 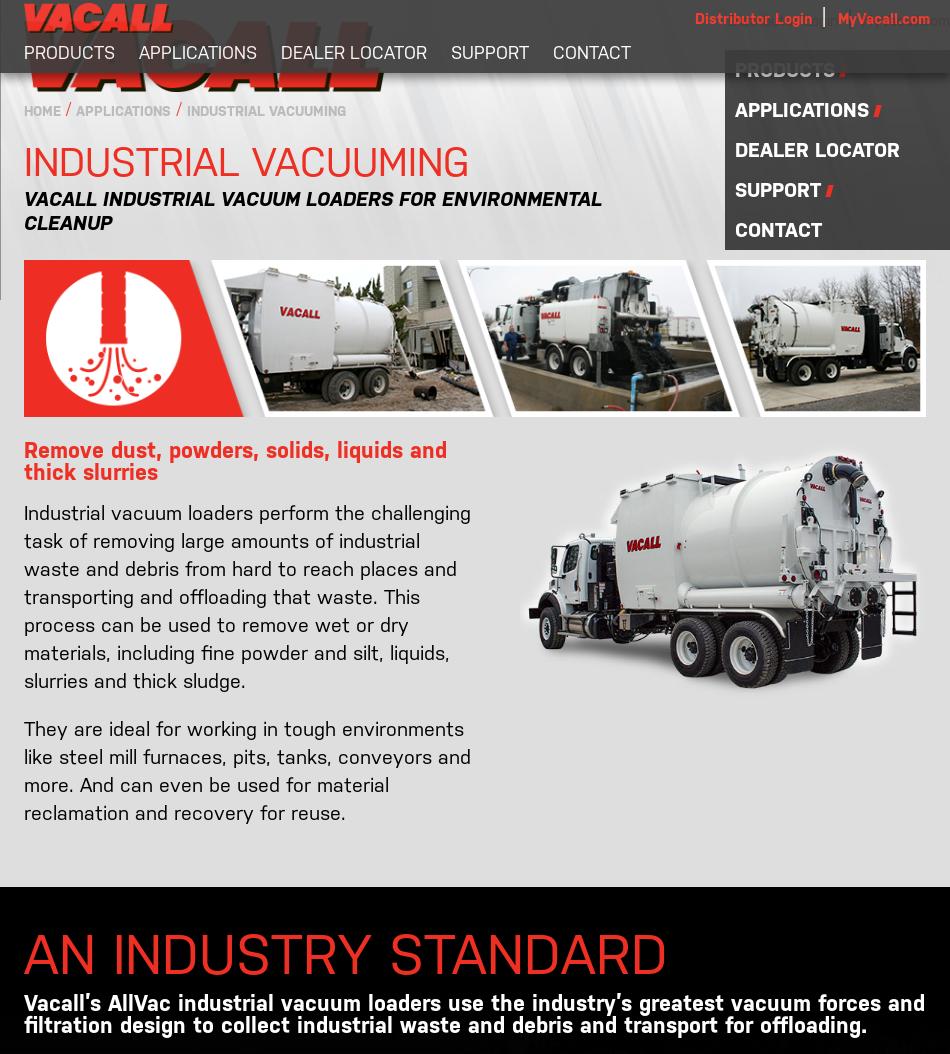 I want to click on 'Catch Basin Cleaners', so click(x=121, y=188).